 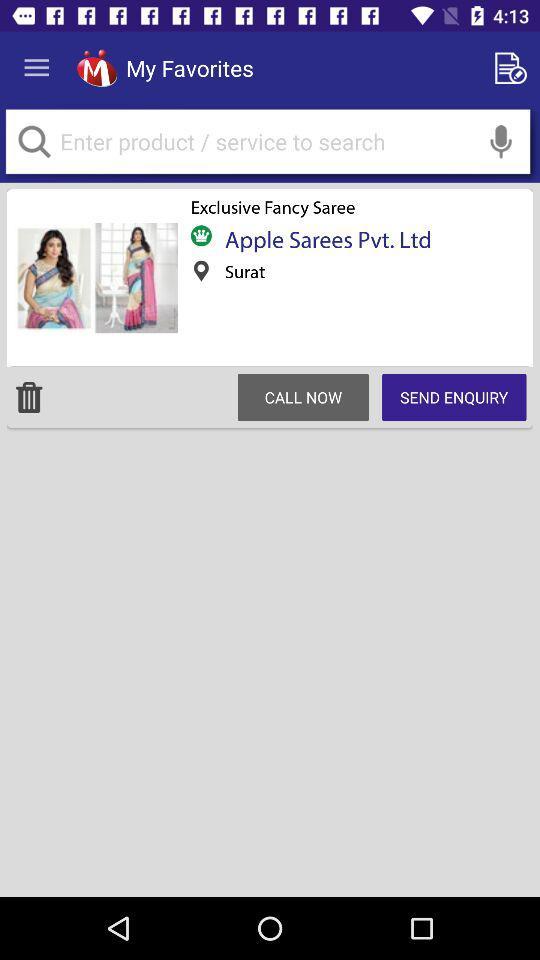 What do you see at coordinates (28, 396) in the screenshot?
I see `delete` at bounding box center [28, 396].